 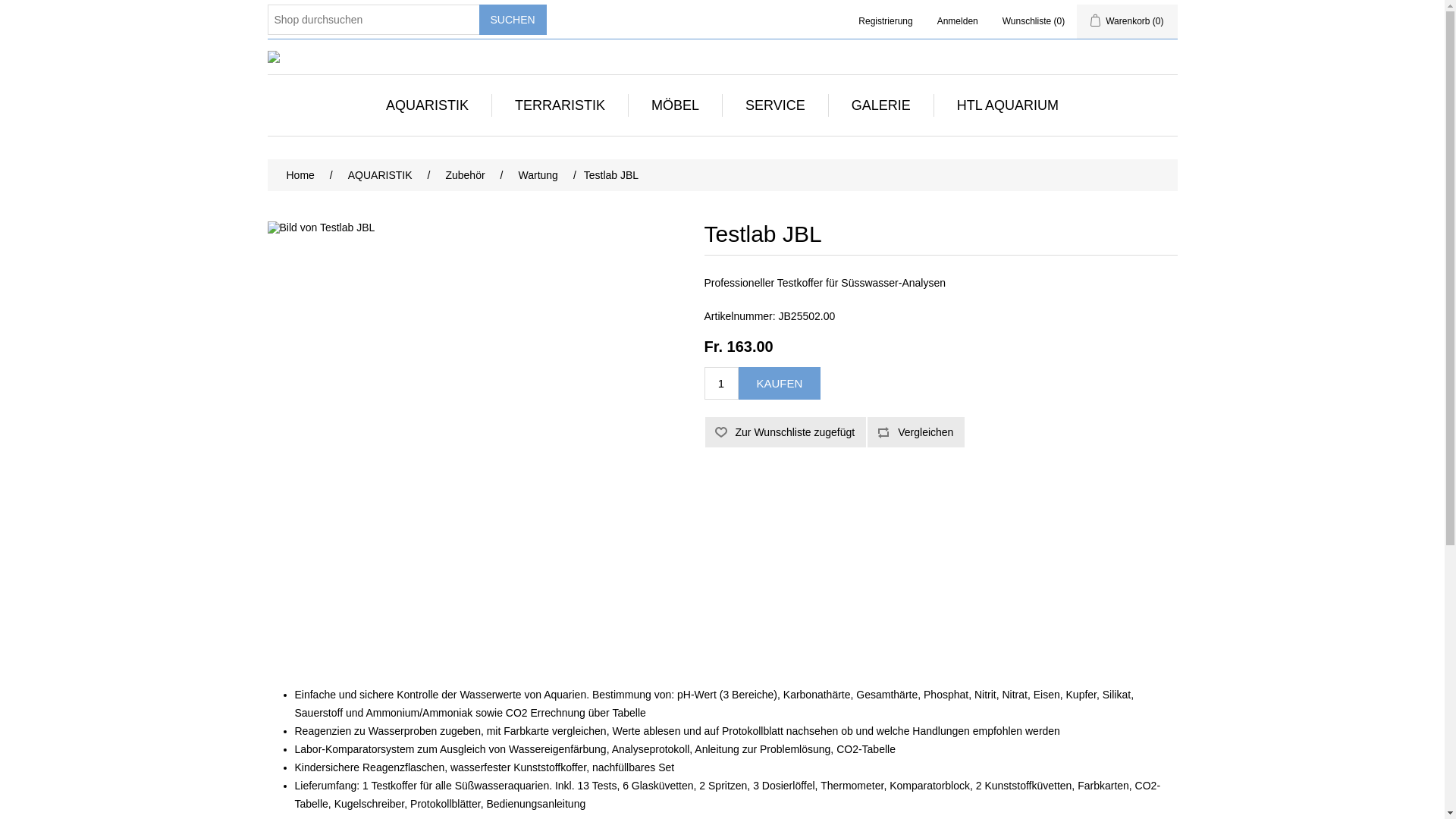 I want to click on 'GALERIE', so click(x=880, y=104).